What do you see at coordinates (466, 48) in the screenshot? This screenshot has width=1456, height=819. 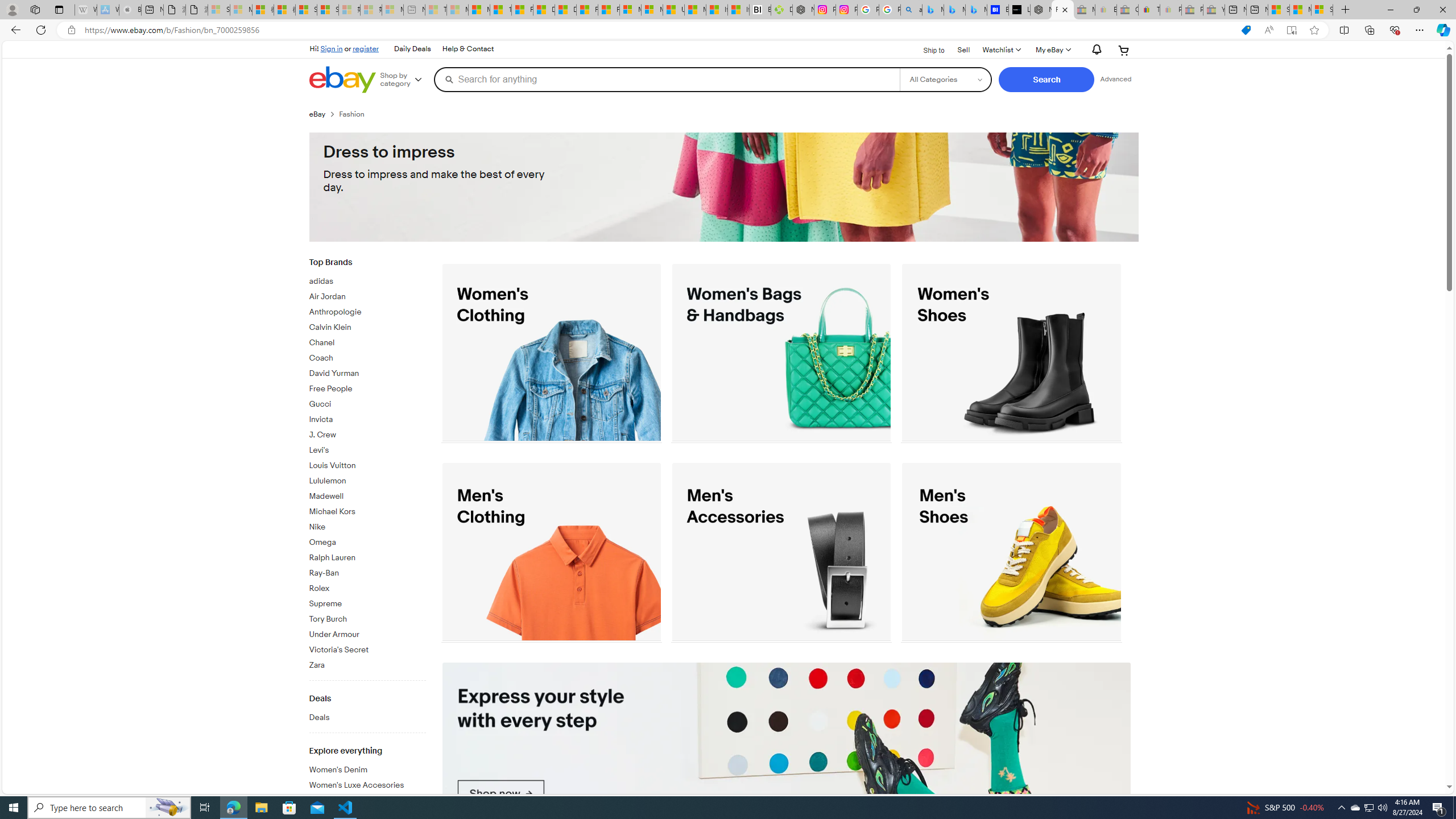 I see `'Help & Contact'` at bounding box center [466, 48].